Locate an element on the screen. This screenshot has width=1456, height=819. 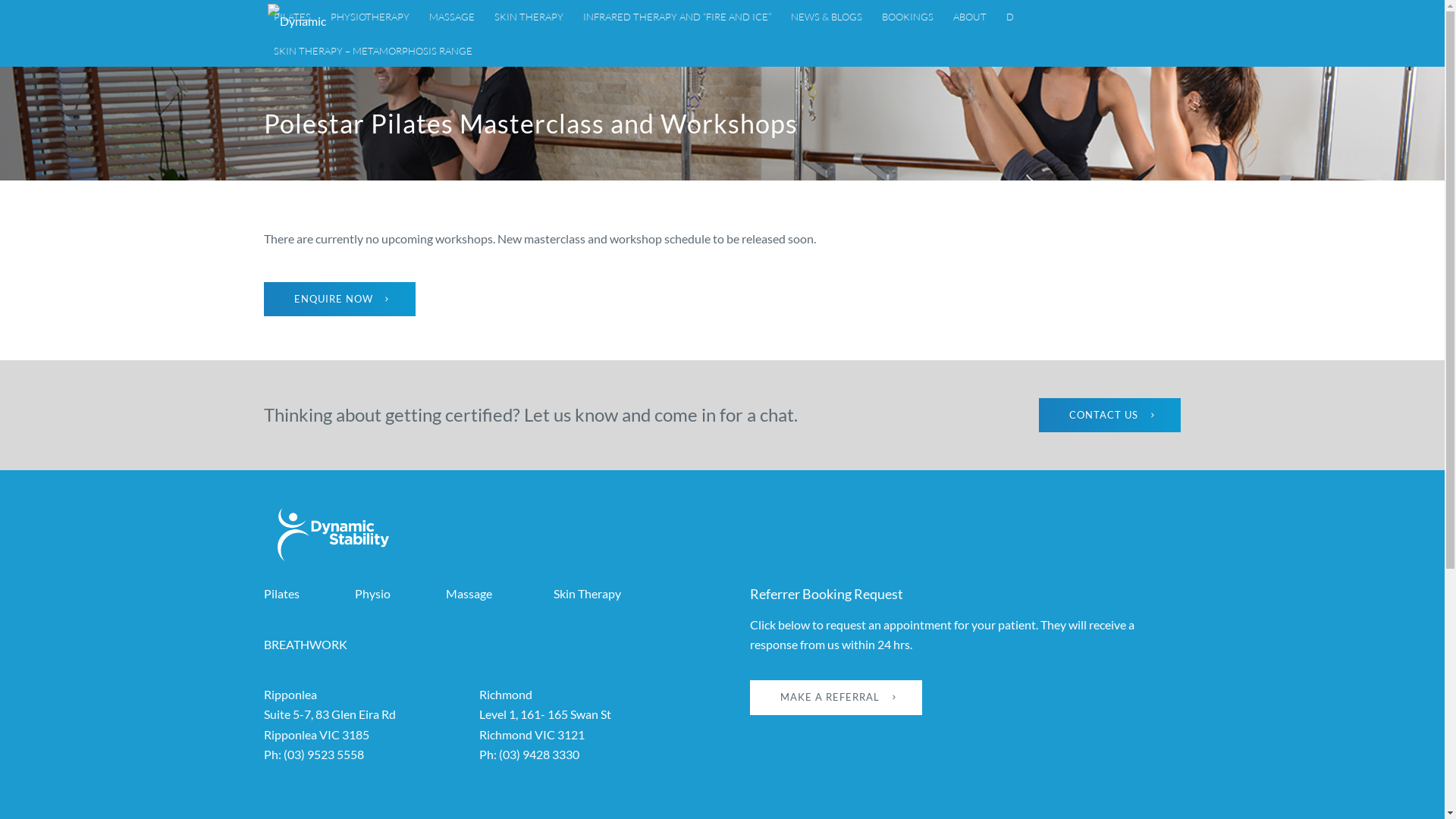
'dynamic-stability-logo-reversed' is located at coordinates (277, 534).